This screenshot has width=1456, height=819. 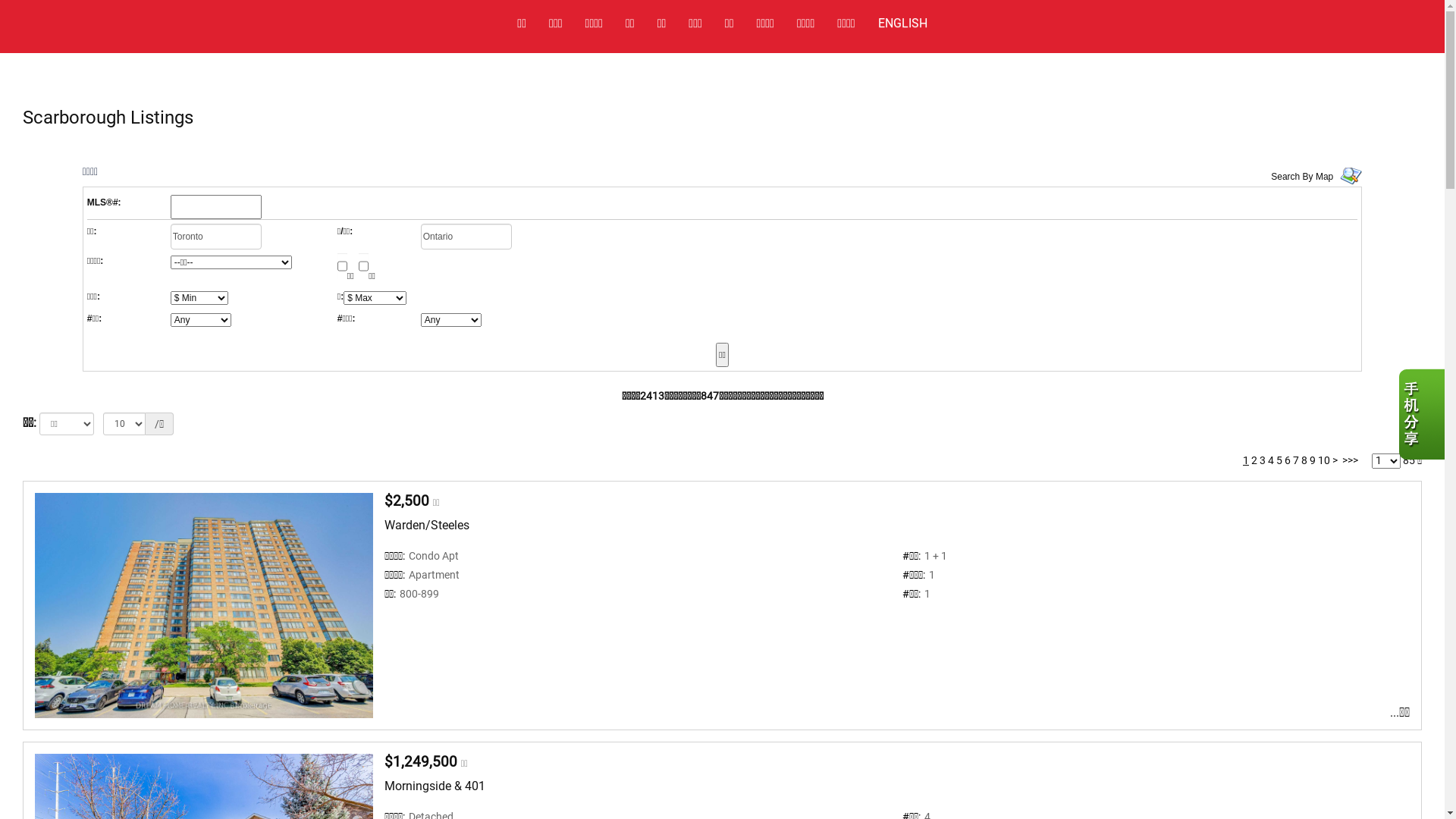 What do you see at coordinates (406, 500) in the screenshot?
I see `'$2,500'` at bounding box center [406, 500].